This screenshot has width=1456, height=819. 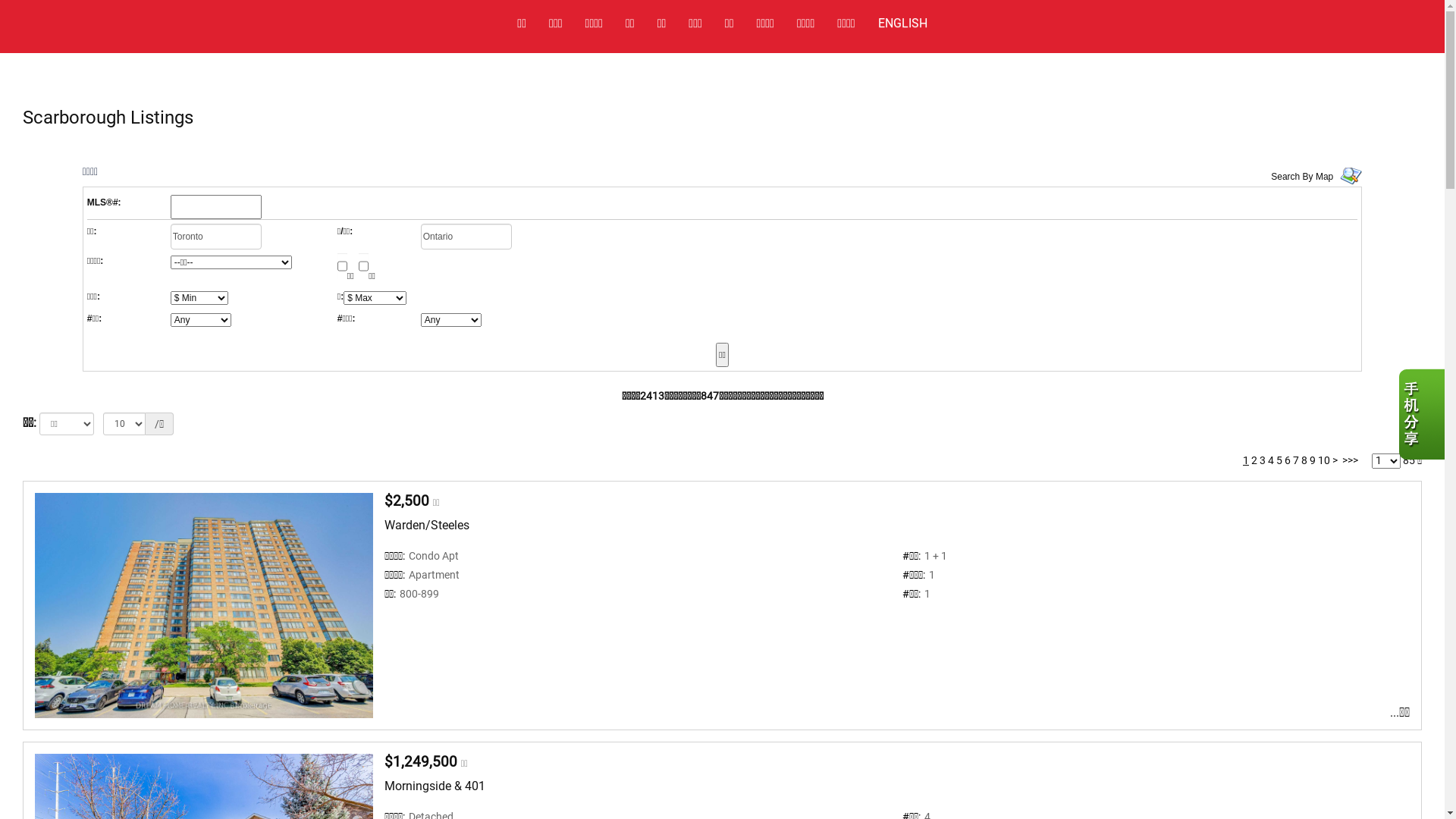 What do you see at coordinates (406, 500) in the screenshot?
I see `'$2,500'` at bounding box center [406, 500].